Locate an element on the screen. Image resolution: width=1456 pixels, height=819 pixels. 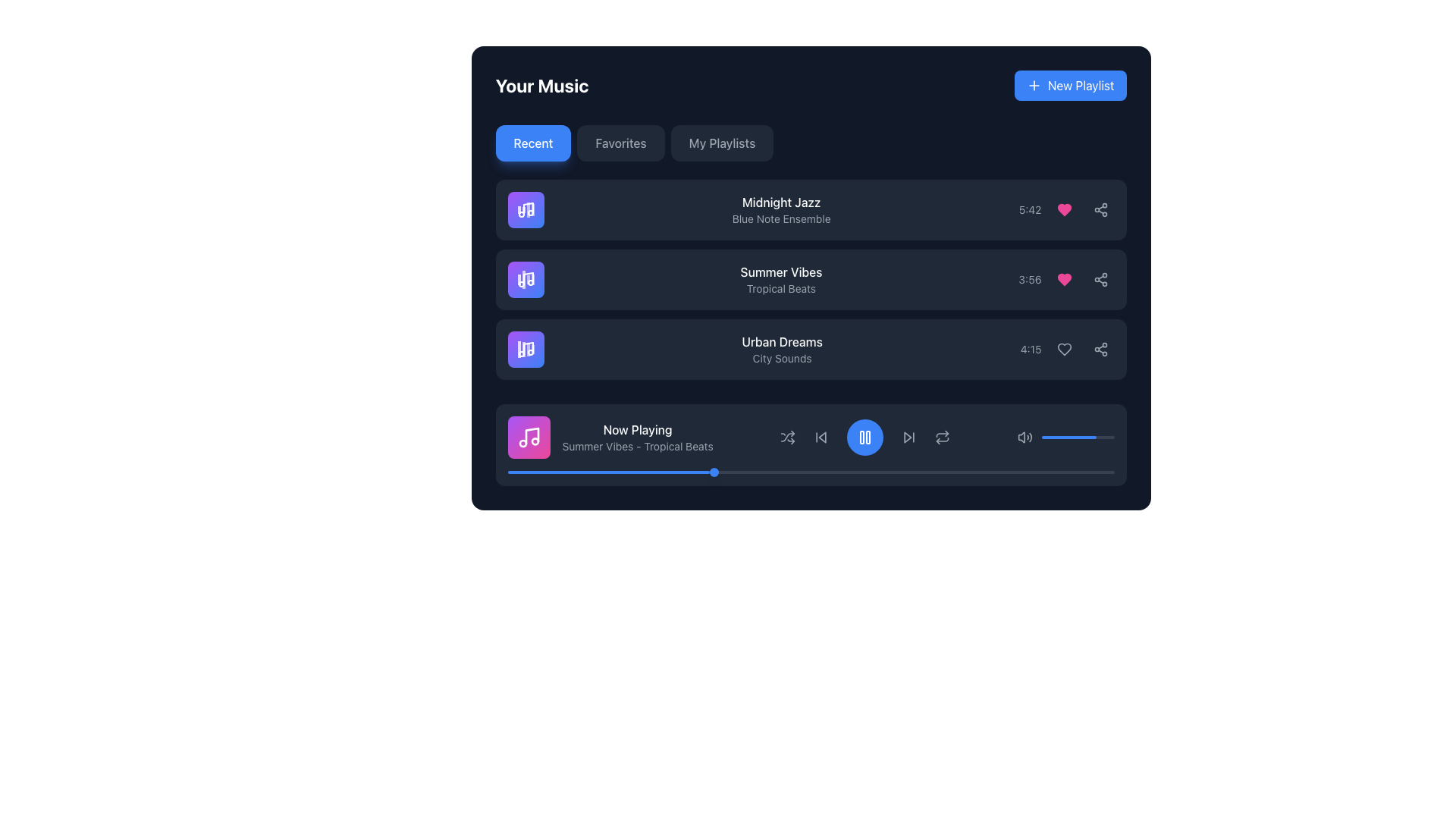
the speaker icon that is styled in gray and is positioned on the left side of the volume control bar, which indicates the current volume level is located at coordinates (1025, 438).